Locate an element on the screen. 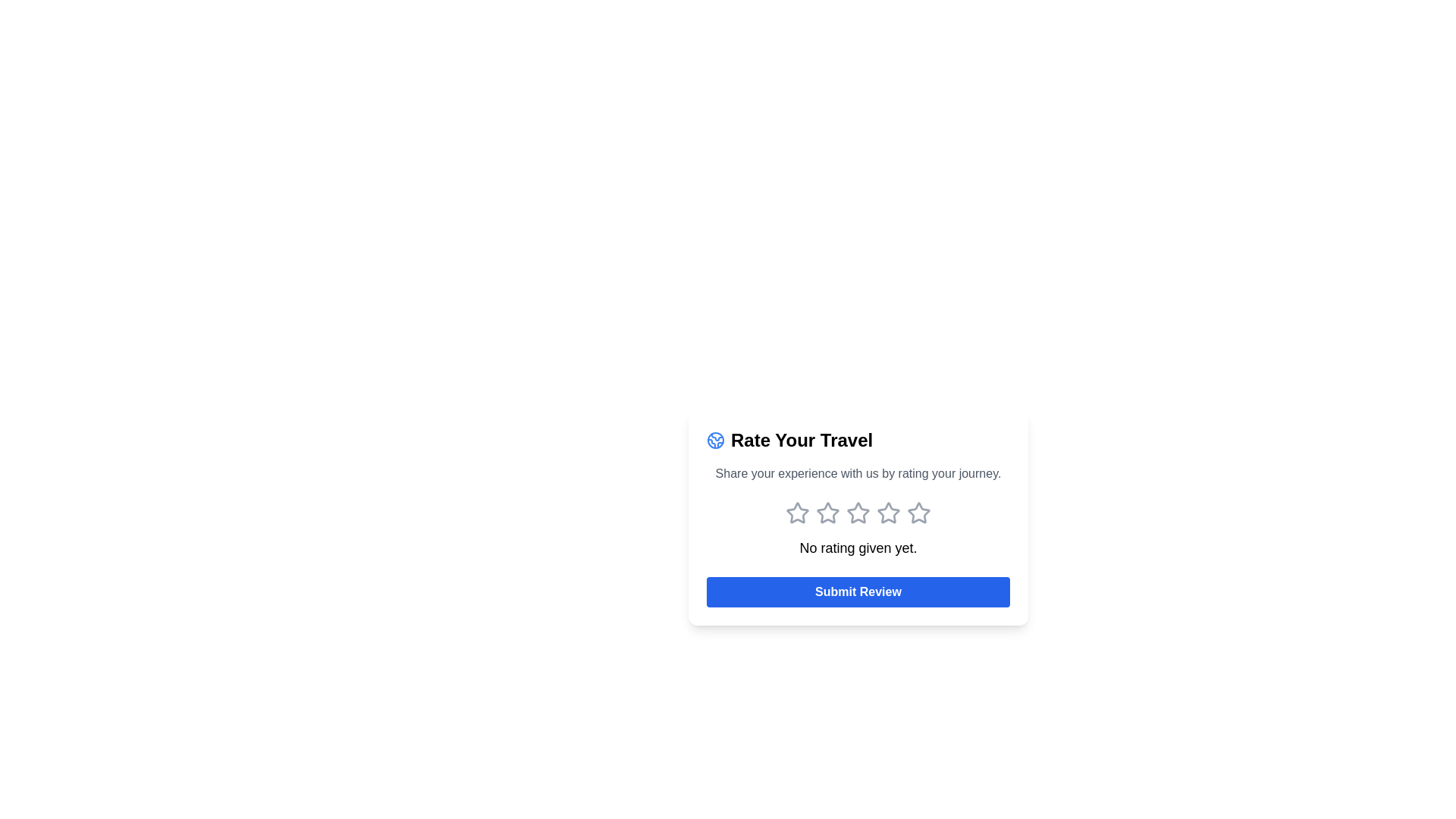 This screenshot has width=1456, height=819. the second star from the left in the row of five stars to register a rating of two stars, located centrally below the text 'Share your experience with us by rating your journey.' is located at coordinates (827, 513).